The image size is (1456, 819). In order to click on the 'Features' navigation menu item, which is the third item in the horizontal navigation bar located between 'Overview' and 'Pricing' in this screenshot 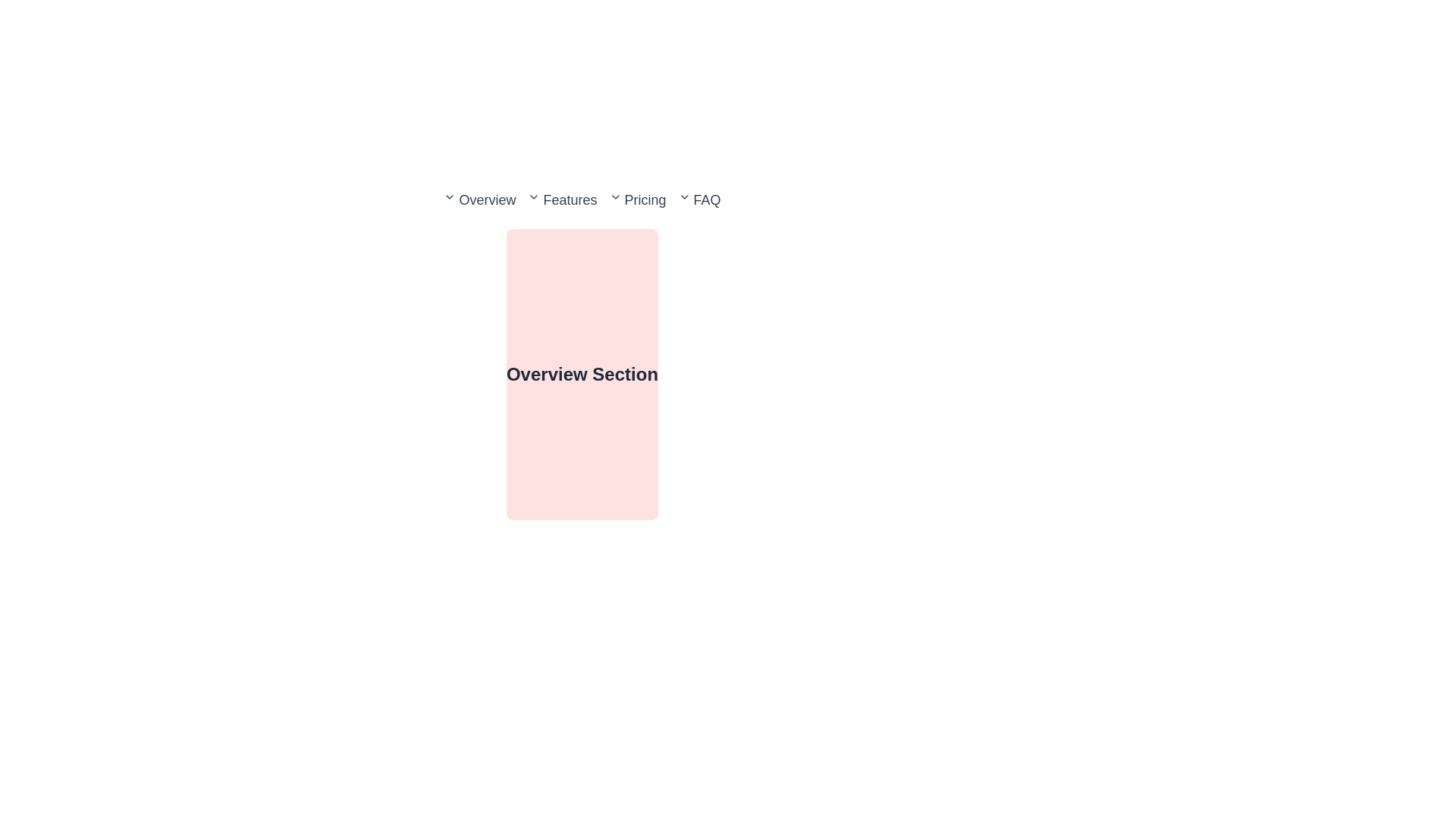, I will do `click(570, 199)`.